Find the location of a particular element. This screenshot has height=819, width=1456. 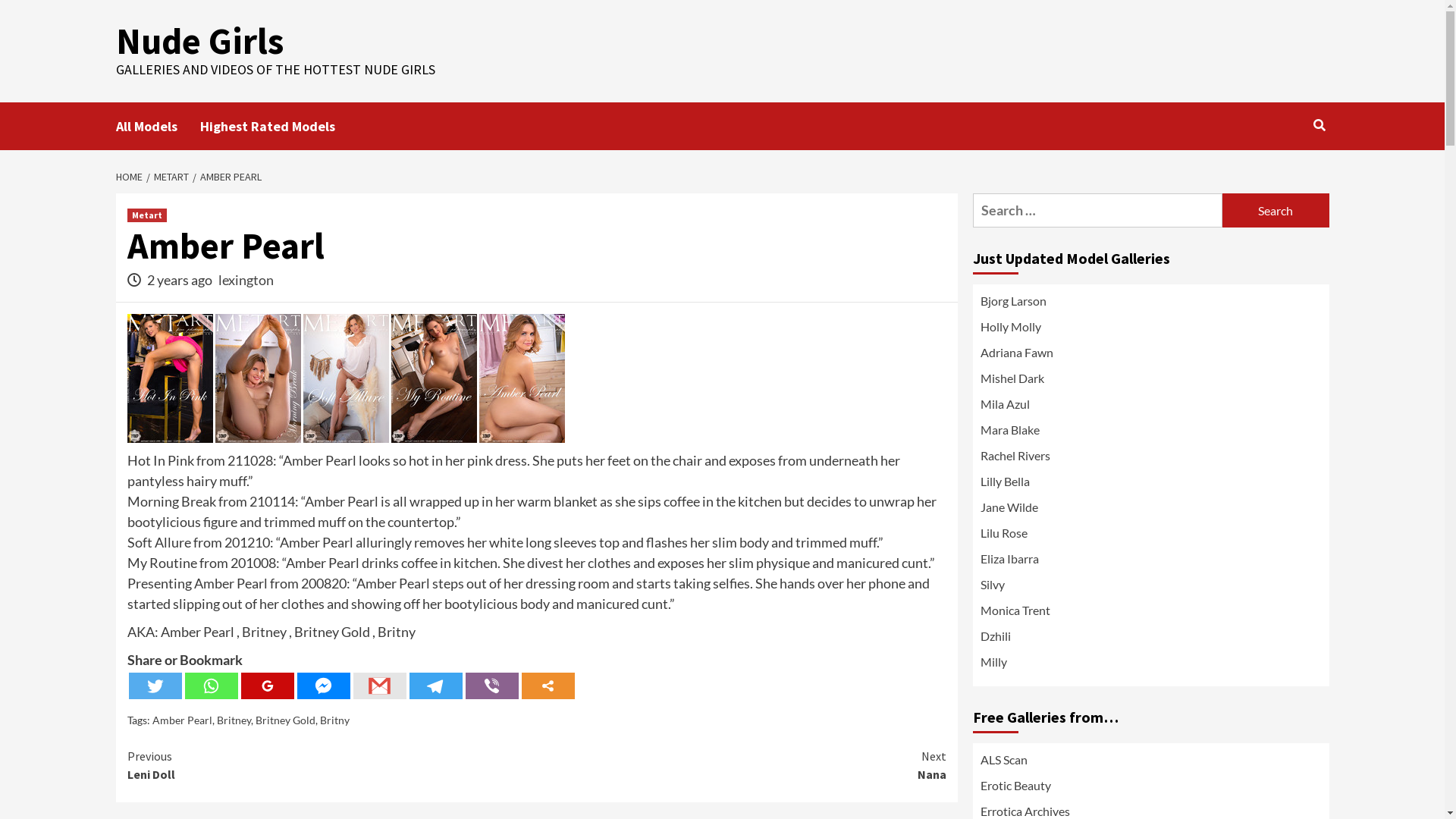

'lexington' is located at coordinates (246, 280).